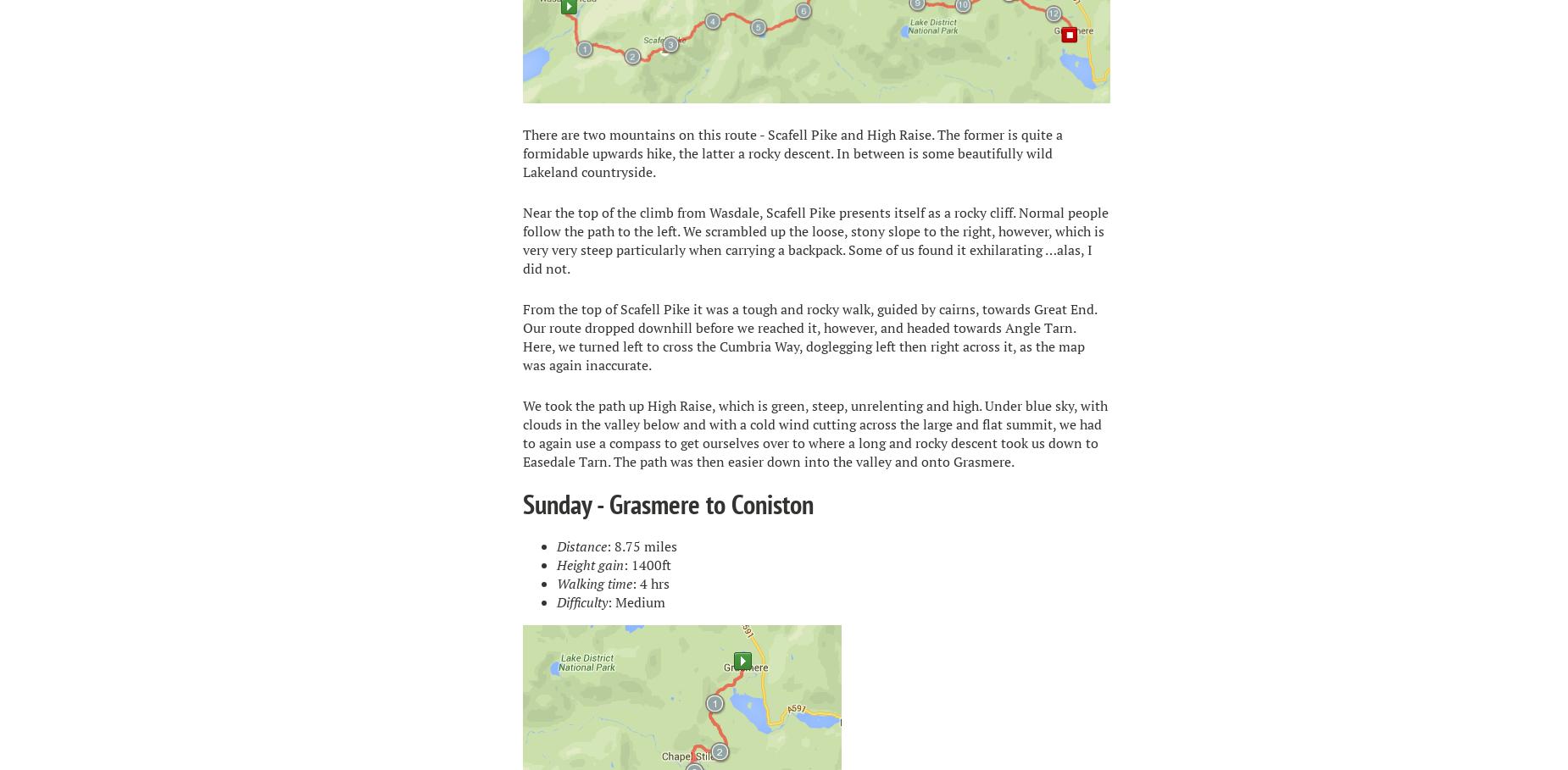 The height and width of the screenshot is (770, 1568). Describe the element at coordinates (556, 601) in the screenshot. I see `'Difficulty'` at that location.